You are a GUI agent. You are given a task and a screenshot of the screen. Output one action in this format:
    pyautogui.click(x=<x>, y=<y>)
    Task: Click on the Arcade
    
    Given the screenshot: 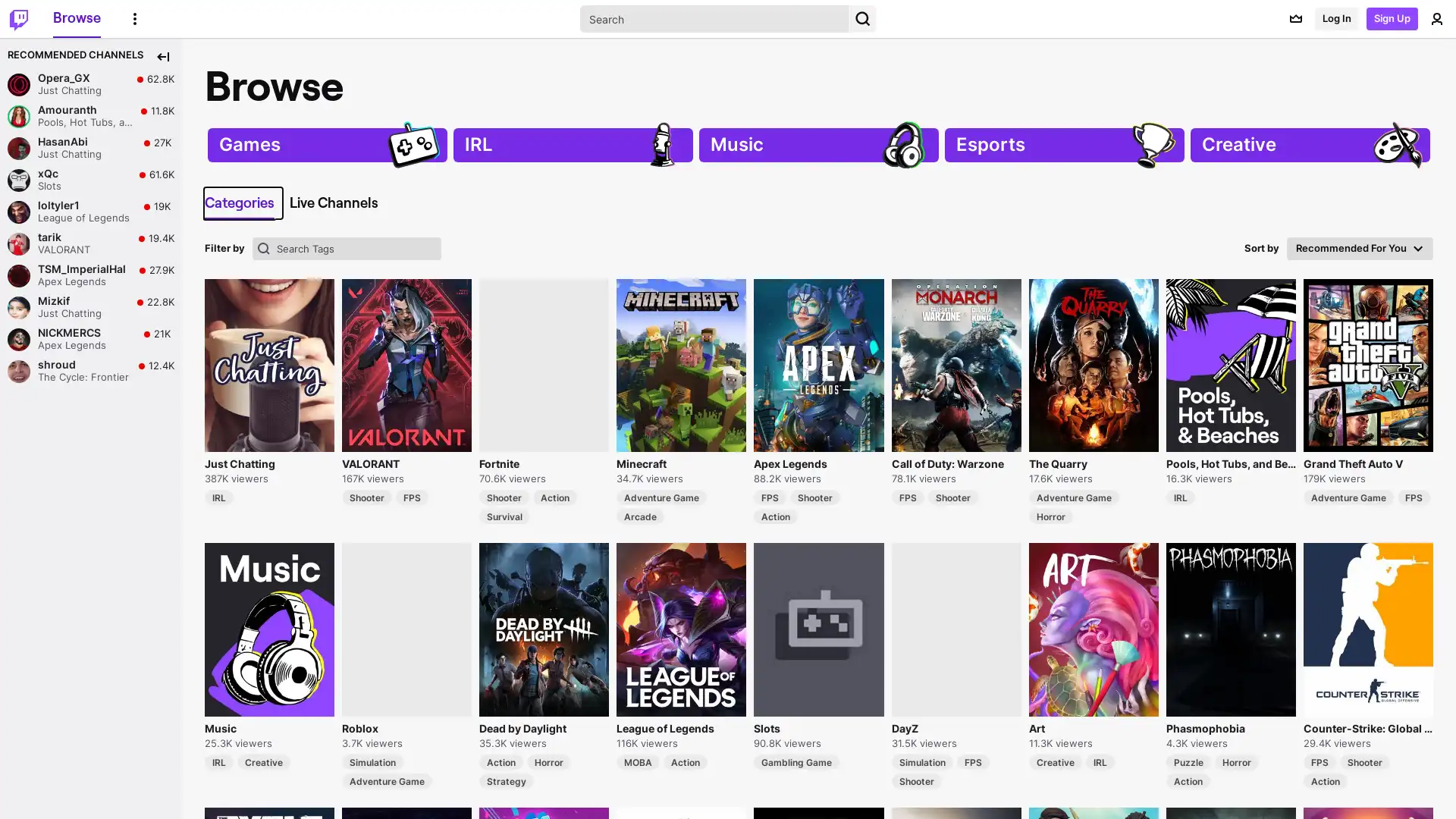 What is the action you would take?
    pyautogui.click(x=640, y=516)
    